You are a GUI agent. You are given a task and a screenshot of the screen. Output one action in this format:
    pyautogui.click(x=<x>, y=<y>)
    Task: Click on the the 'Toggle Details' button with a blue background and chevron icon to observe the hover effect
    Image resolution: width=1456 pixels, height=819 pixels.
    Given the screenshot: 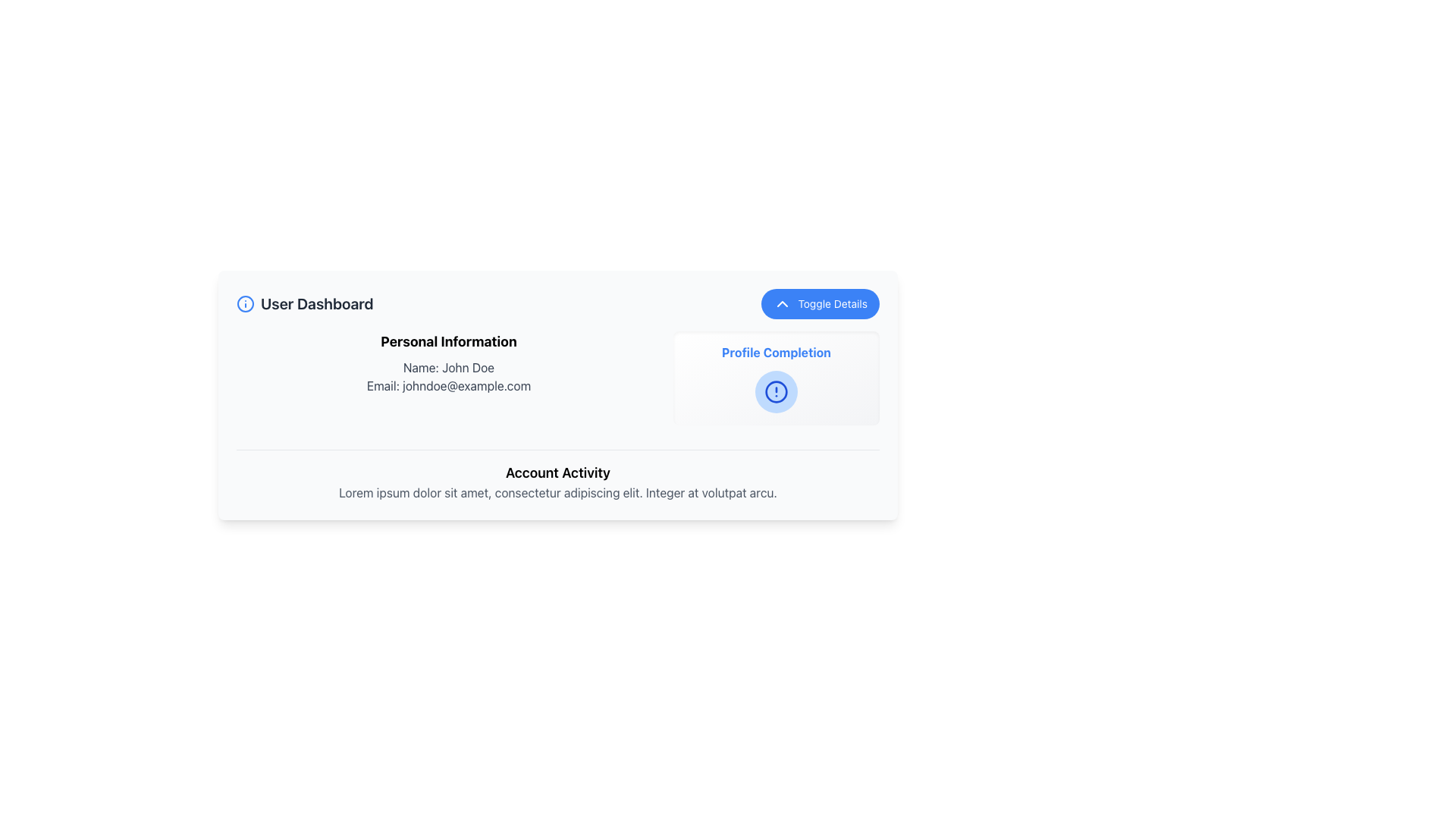 What is the action you would take?
    pyautogui.click(x=820, y=304)
    